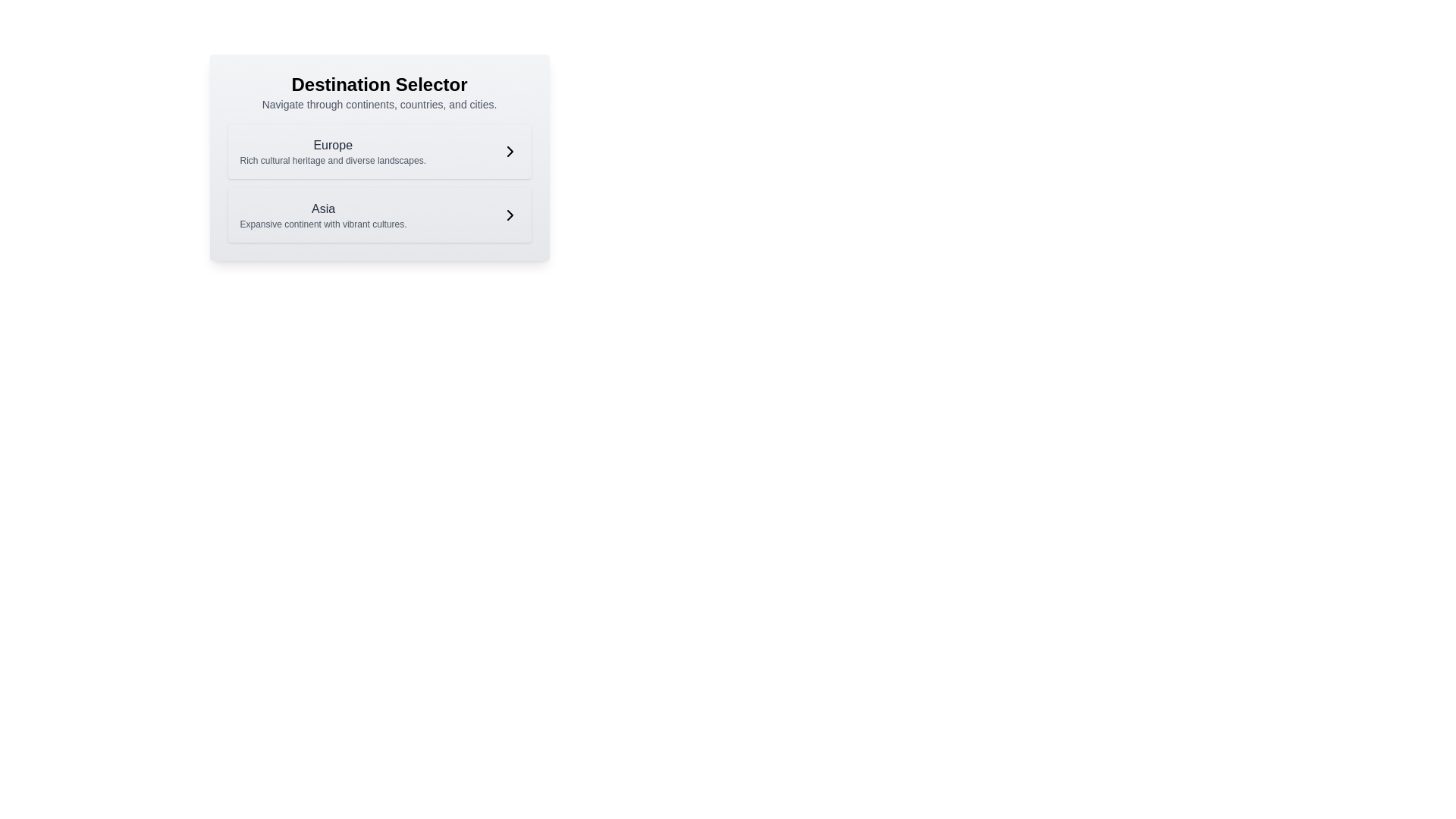  What do you see at coordinates (510, 215) in the screenshot?
I see `the right-pointing chevron arrow icon located on the right side of the Asia region's description` at bounding box center [510, 215].